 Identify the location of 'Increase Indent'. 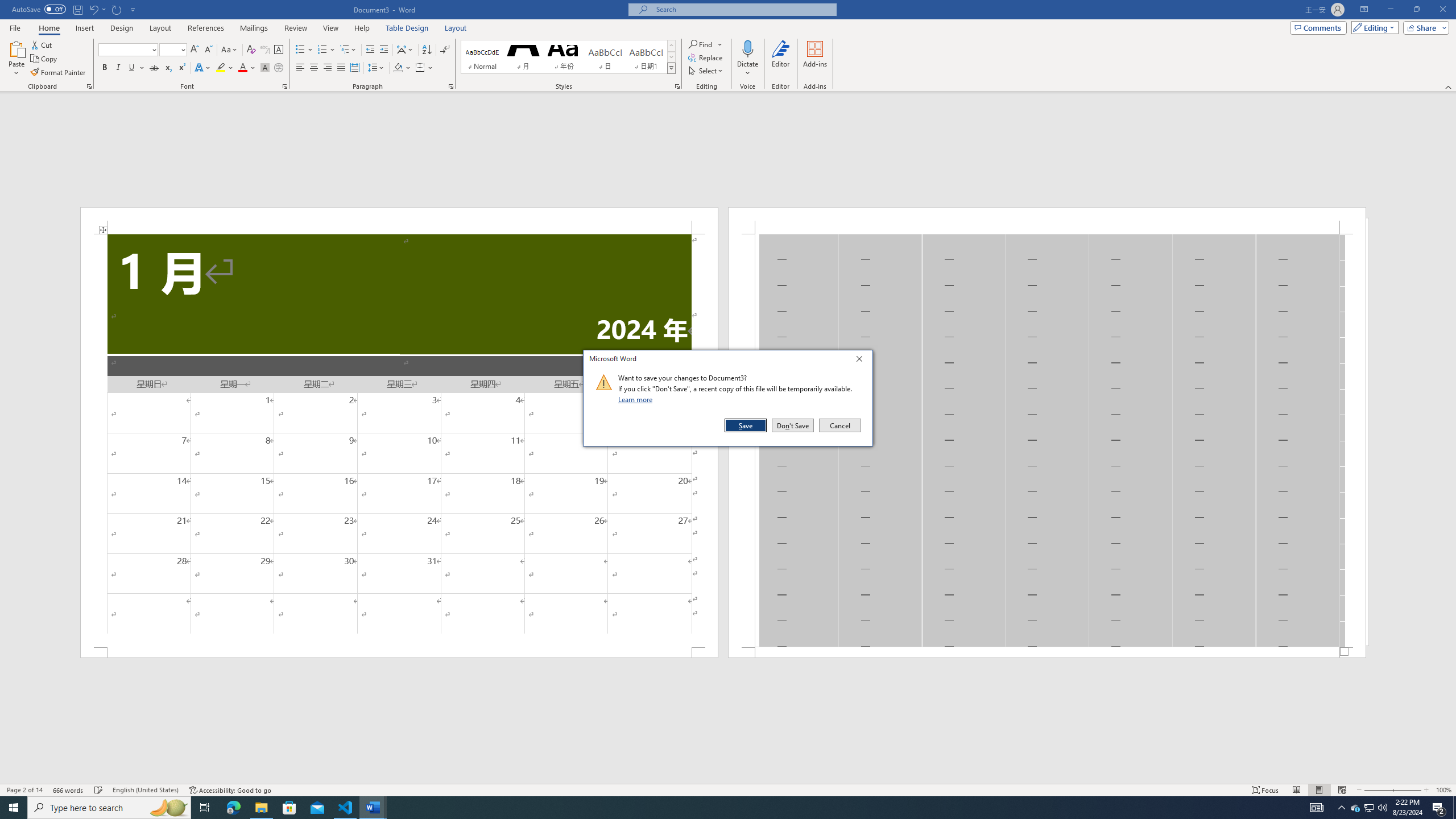
(383, 49).